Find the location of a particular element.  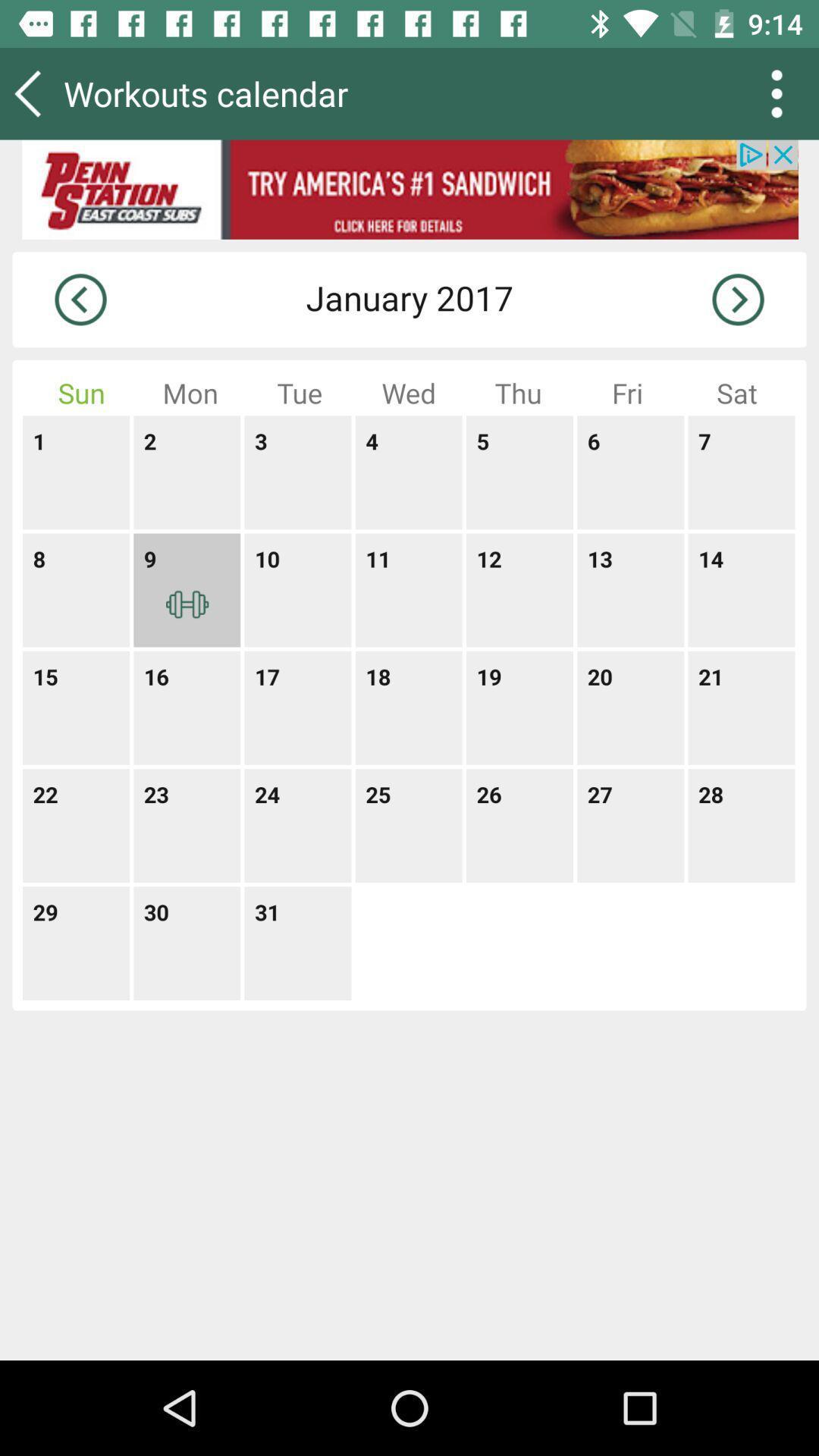

advertisement for sandwich is located at coordinates (409, 189).